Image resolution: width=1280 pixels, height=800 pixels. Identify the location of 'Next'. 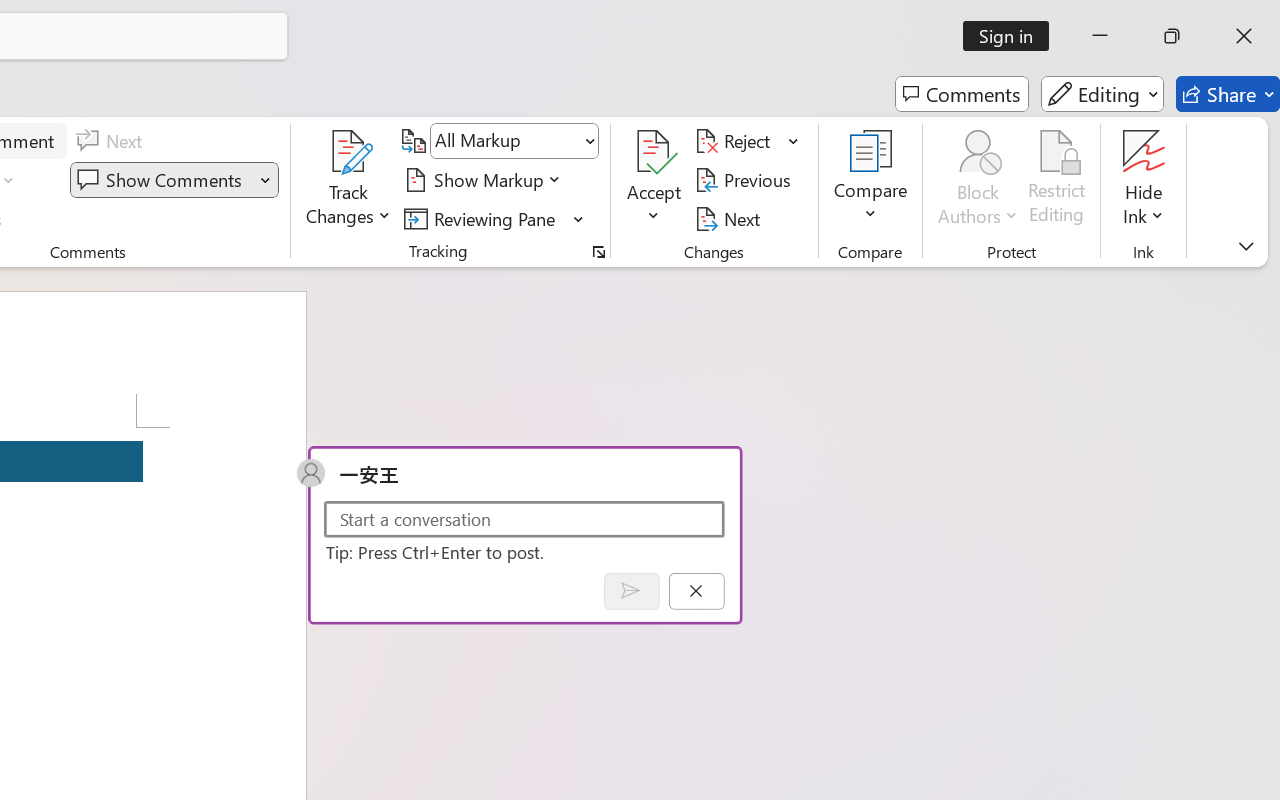
(729, 218).